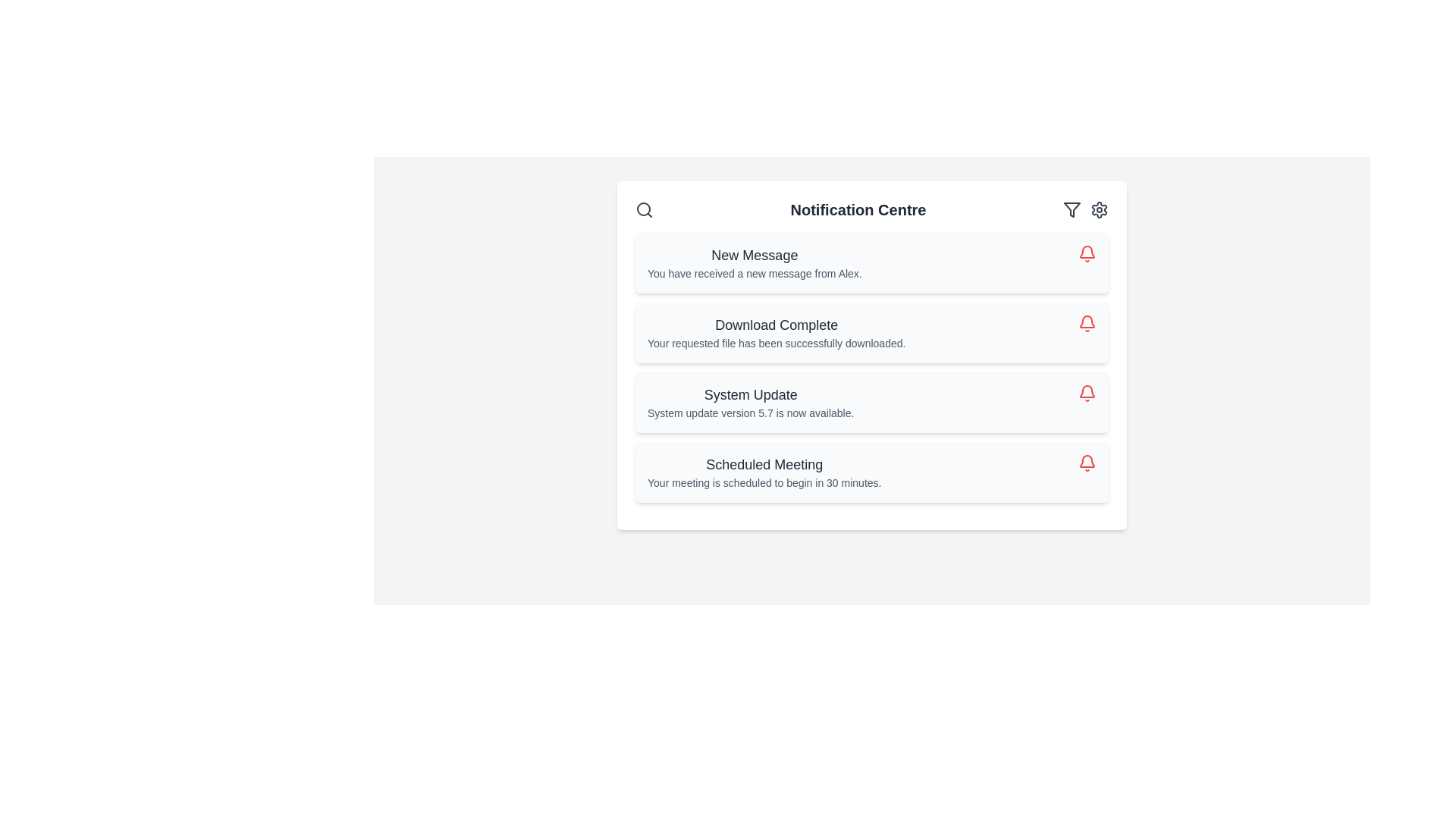 The image size is (1456, 819). Describe the element at coordinates (1072, 210) in the screenshot. I see `the filter icon represented by an outline of a funnel in the top-right corner of the notification center modal` at that location.